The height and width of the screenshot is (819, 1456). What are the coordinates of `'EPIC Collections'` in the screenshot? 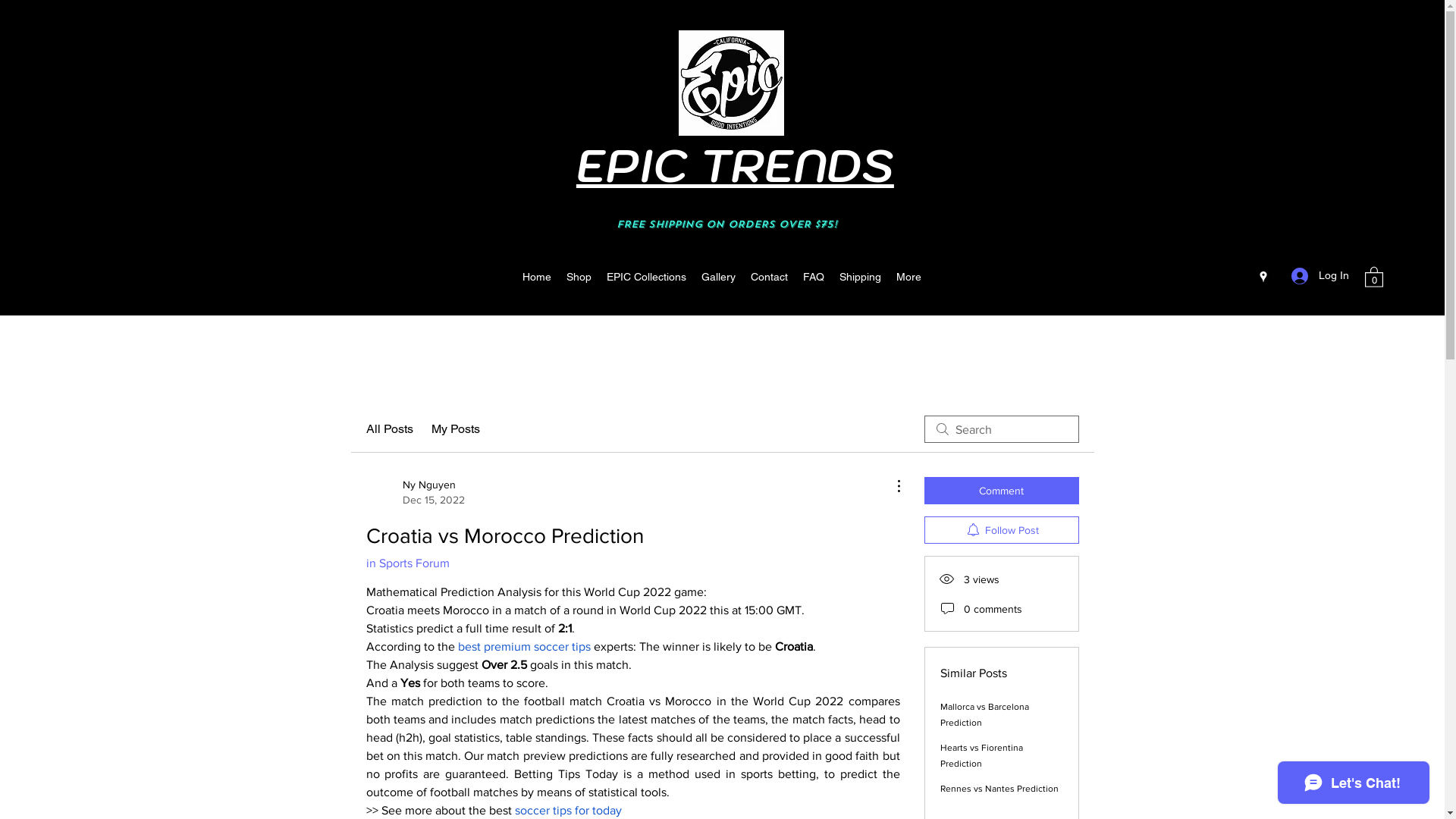 It's located at (646, 277).